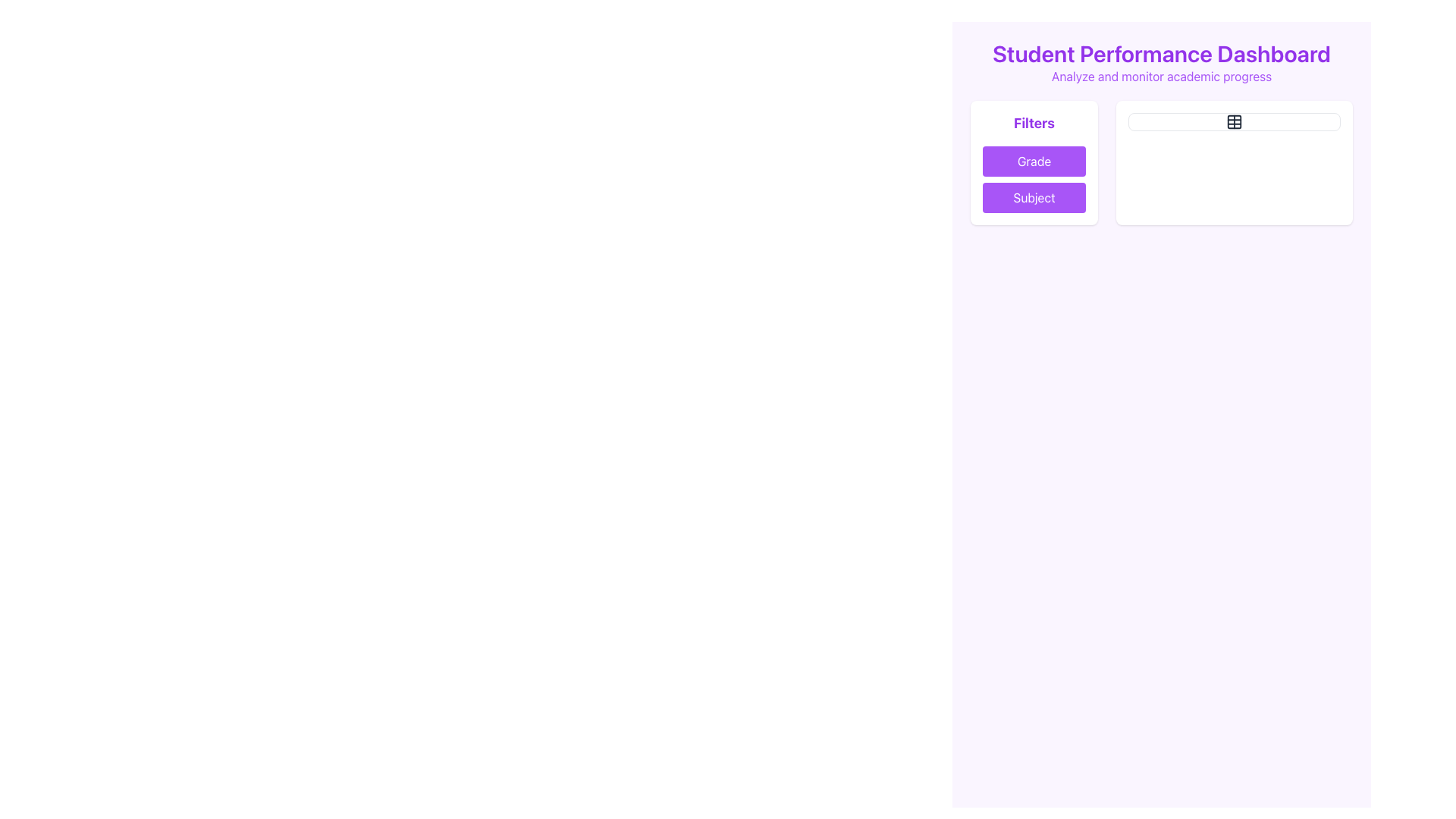 This screenshot has height=819, width=1456. I want to click on information displayed on the Header text labeled 'Student Performance Dashboard' with the subtitle 'Analyze and monitor academic progress' located at the top of the dashboard interface, so click(1160, 62).